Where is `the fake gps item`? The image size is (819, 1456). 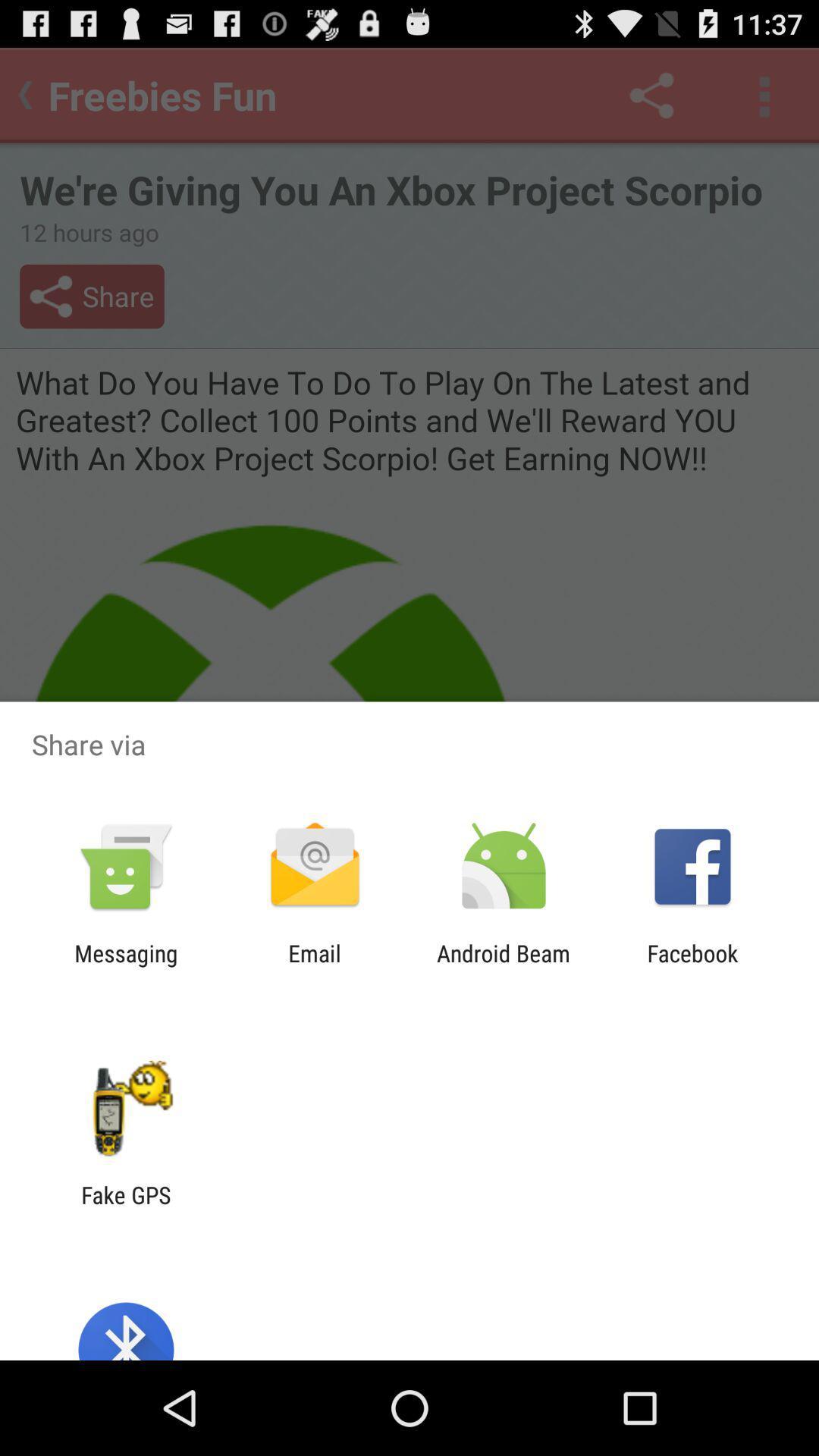 the fake gps item is located at coordinates (125, 1207).